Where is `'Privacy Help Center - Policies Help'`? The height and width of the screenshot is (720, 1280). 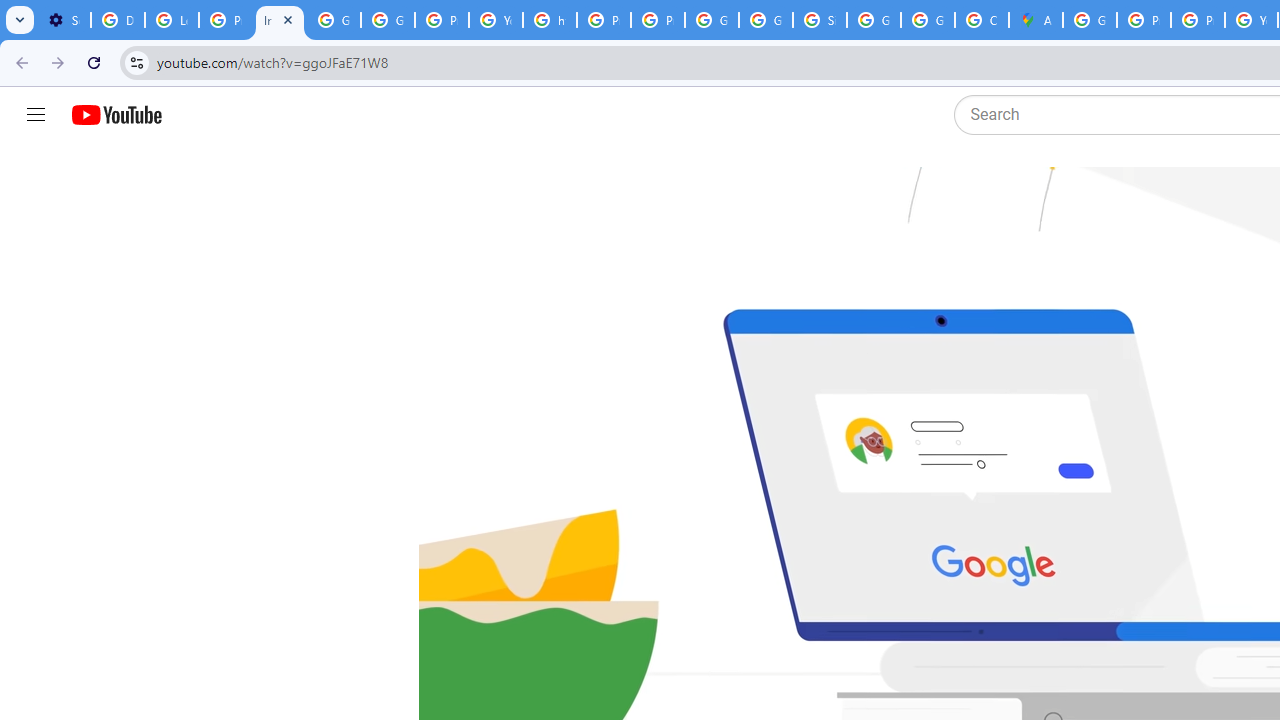
'Privacy Help Center - Policies Help' is located at coordinates (1144, 20).